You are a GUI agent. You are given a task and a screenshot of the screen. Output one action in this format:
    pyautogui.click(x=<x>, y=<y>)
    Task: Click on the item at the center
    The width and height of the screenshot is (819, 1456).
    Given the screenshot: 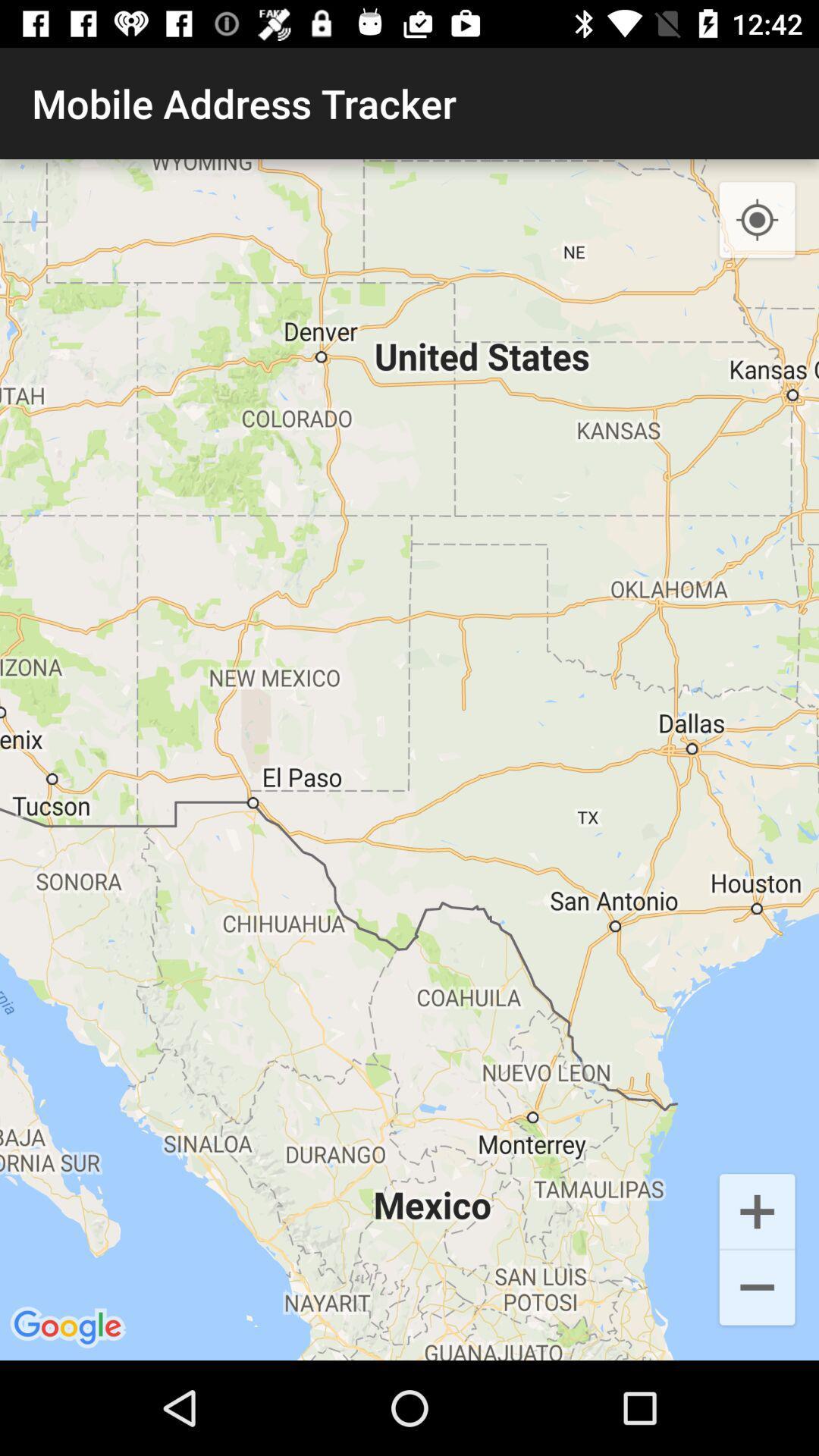 What is the action you would take?
    pyautogui.click(x=409, y=760)
    